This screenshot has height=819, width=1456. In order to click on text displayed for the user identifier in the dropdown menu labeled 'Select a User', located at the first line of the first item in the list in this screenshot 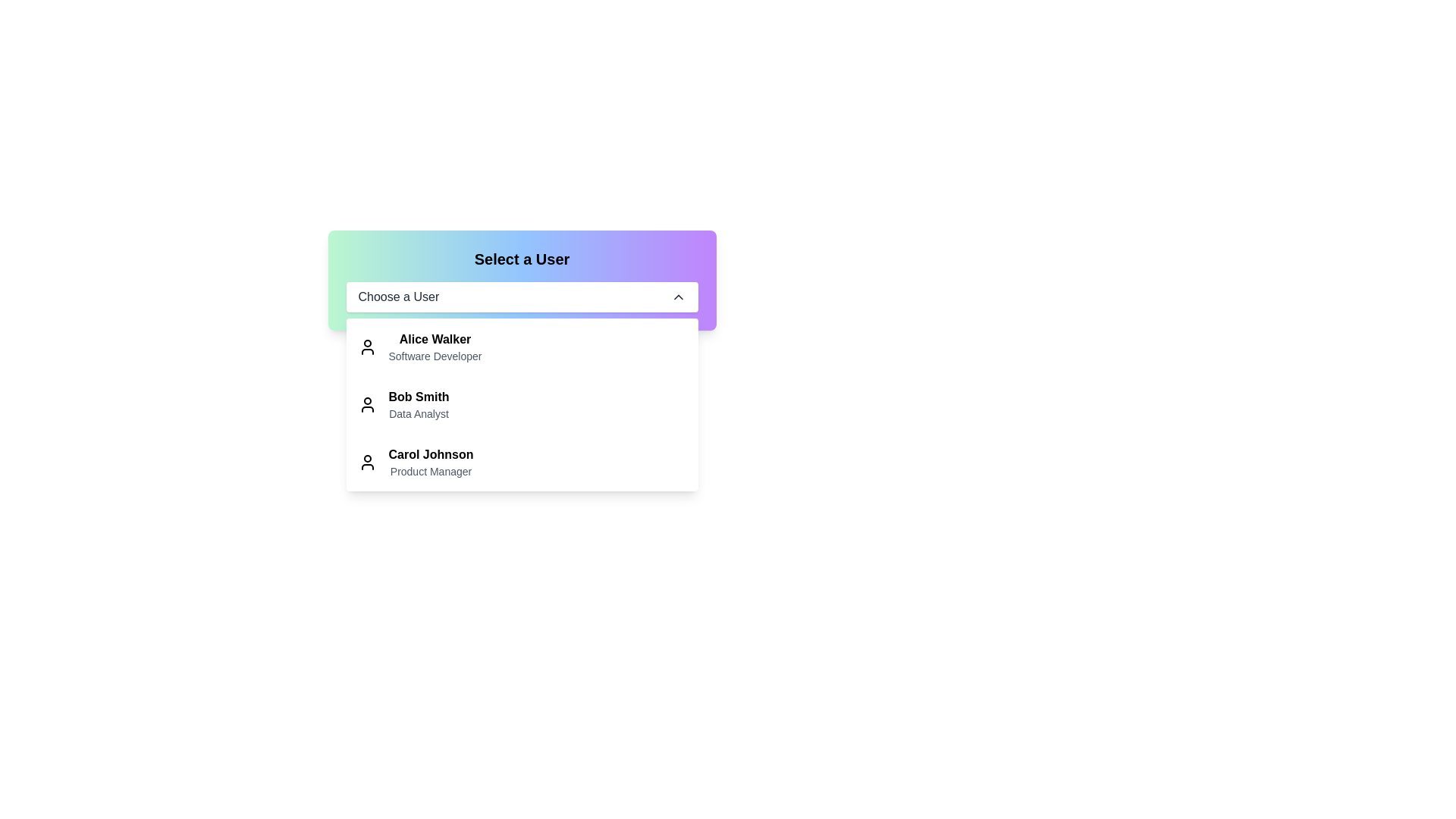, I will do `click(434, 338)`.